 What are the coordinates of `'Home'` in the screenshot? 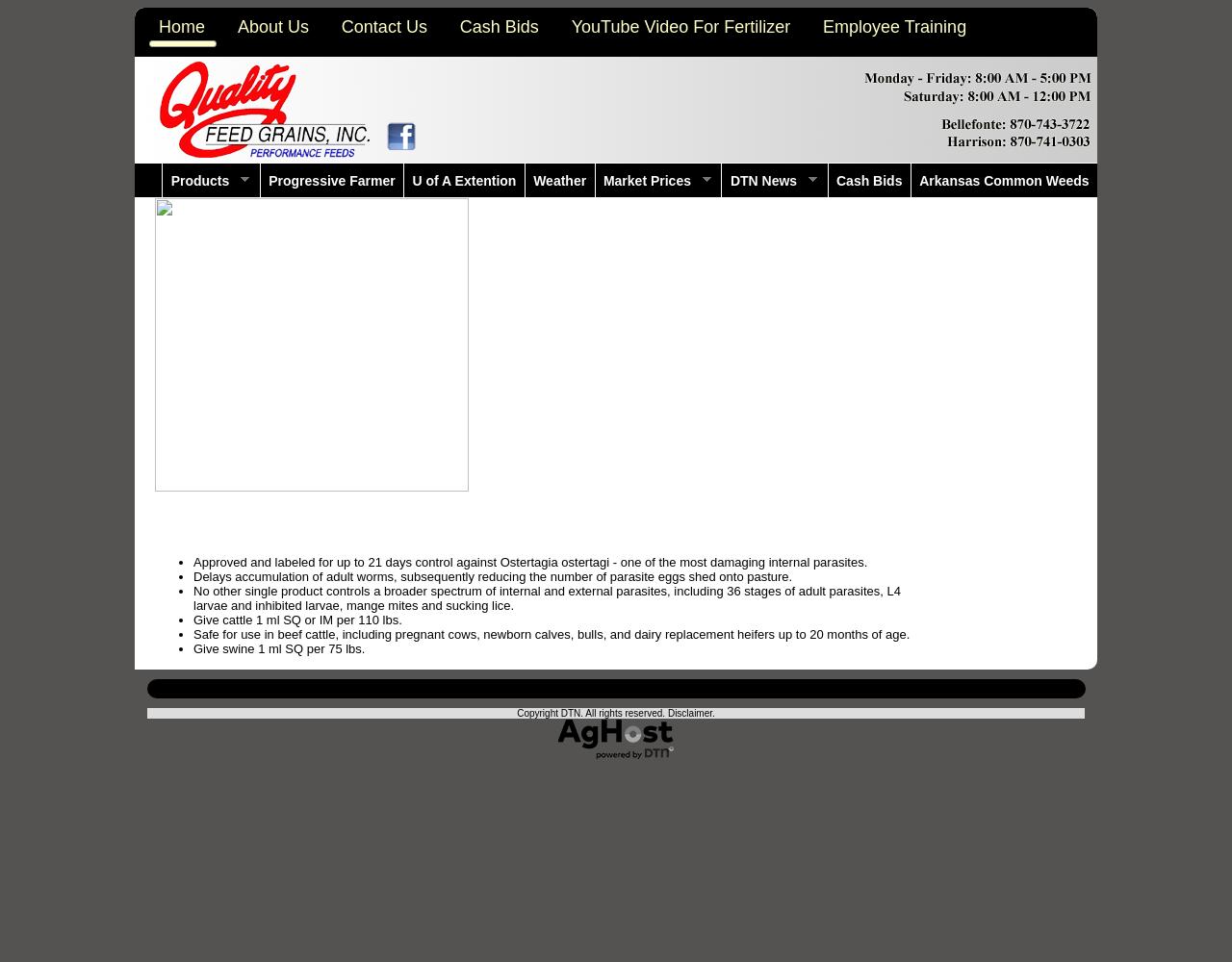 It's located at (182, 27).